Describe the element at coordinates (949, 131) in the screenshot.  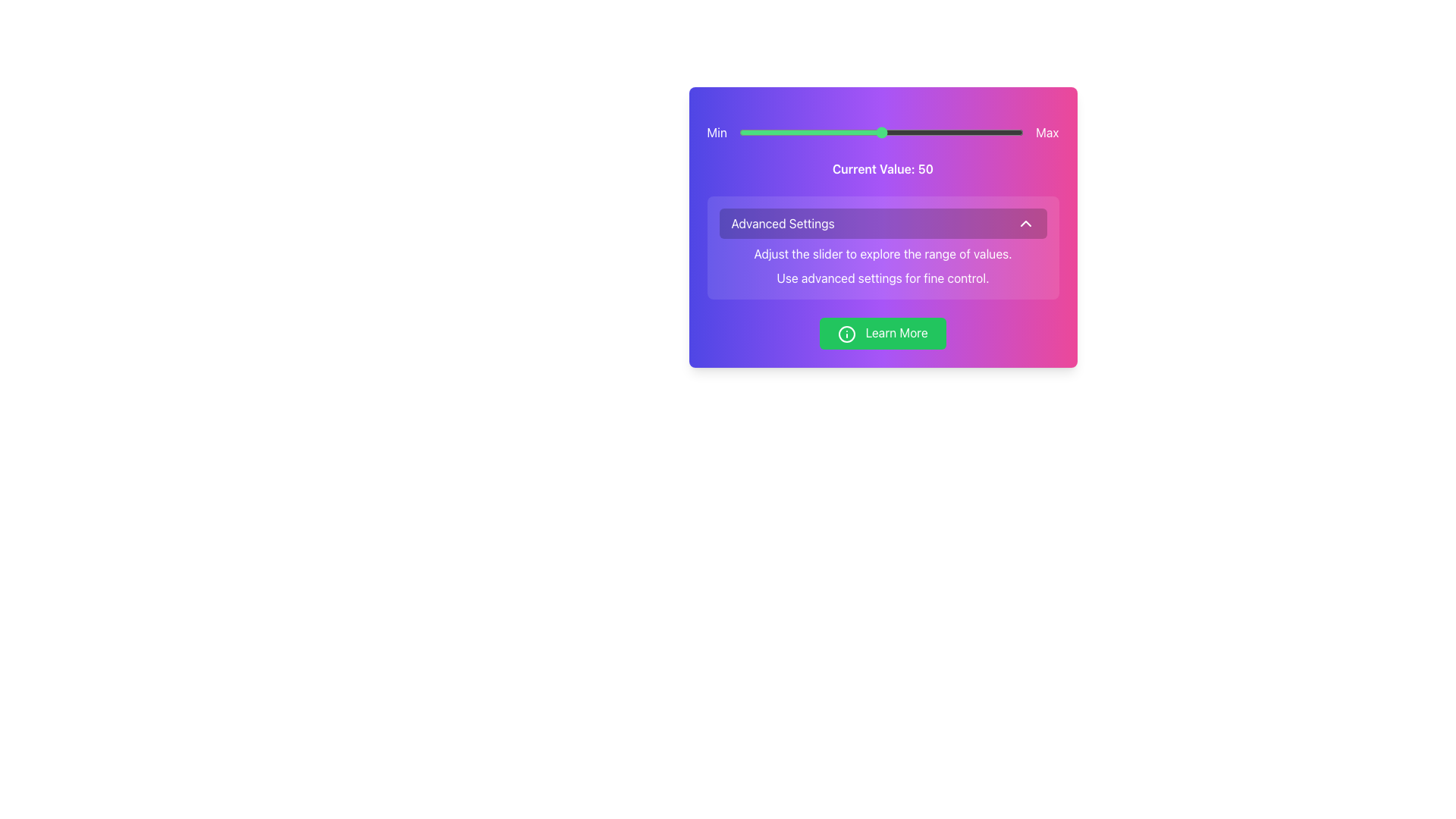
I see `the value of the slider` at that location.